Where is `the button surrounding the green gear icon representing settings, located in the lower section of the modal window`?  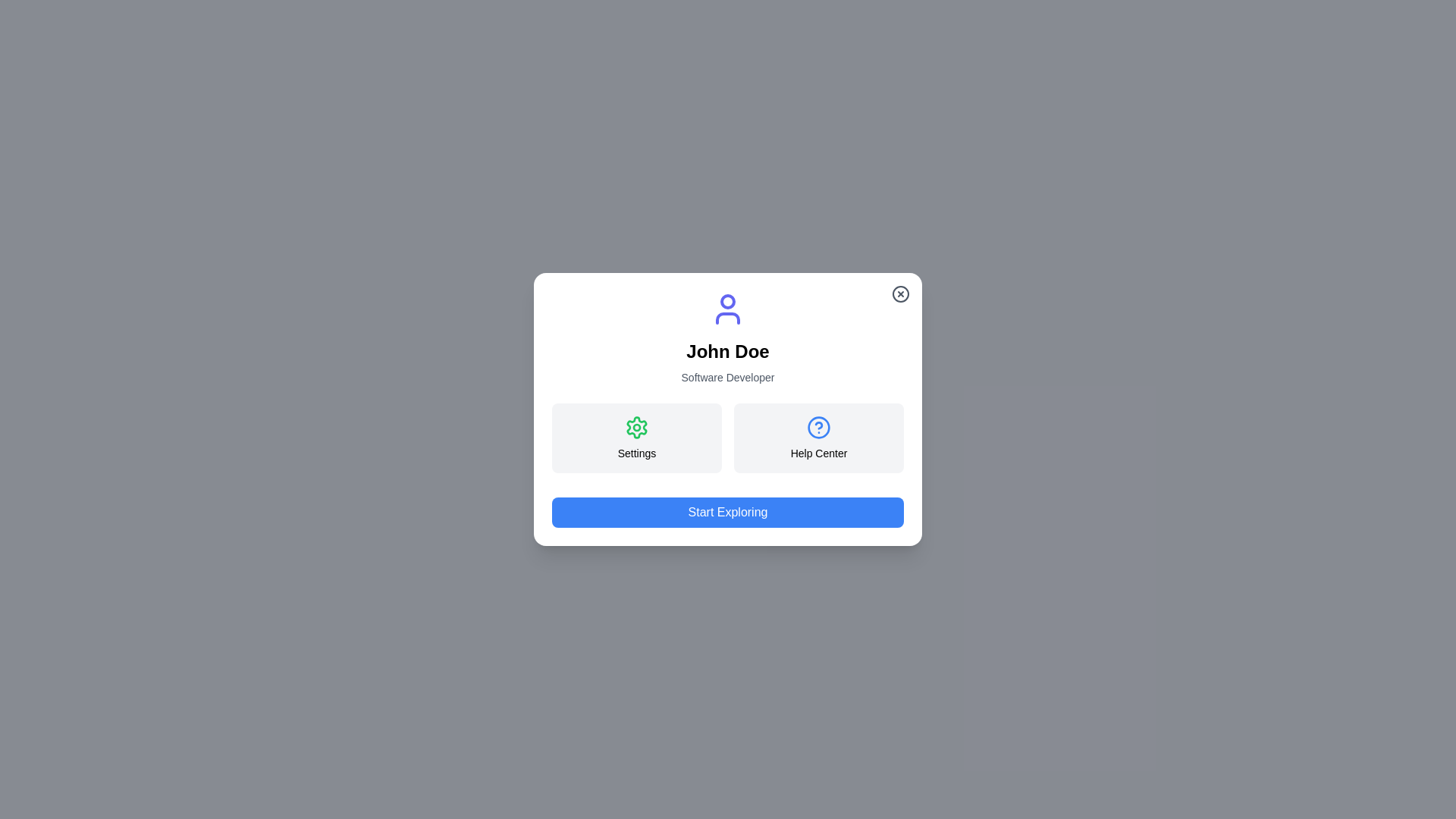
the button surrounding the green gear icon representing settings, located in the lower section of the modal window is located at coordinates (637, 427).